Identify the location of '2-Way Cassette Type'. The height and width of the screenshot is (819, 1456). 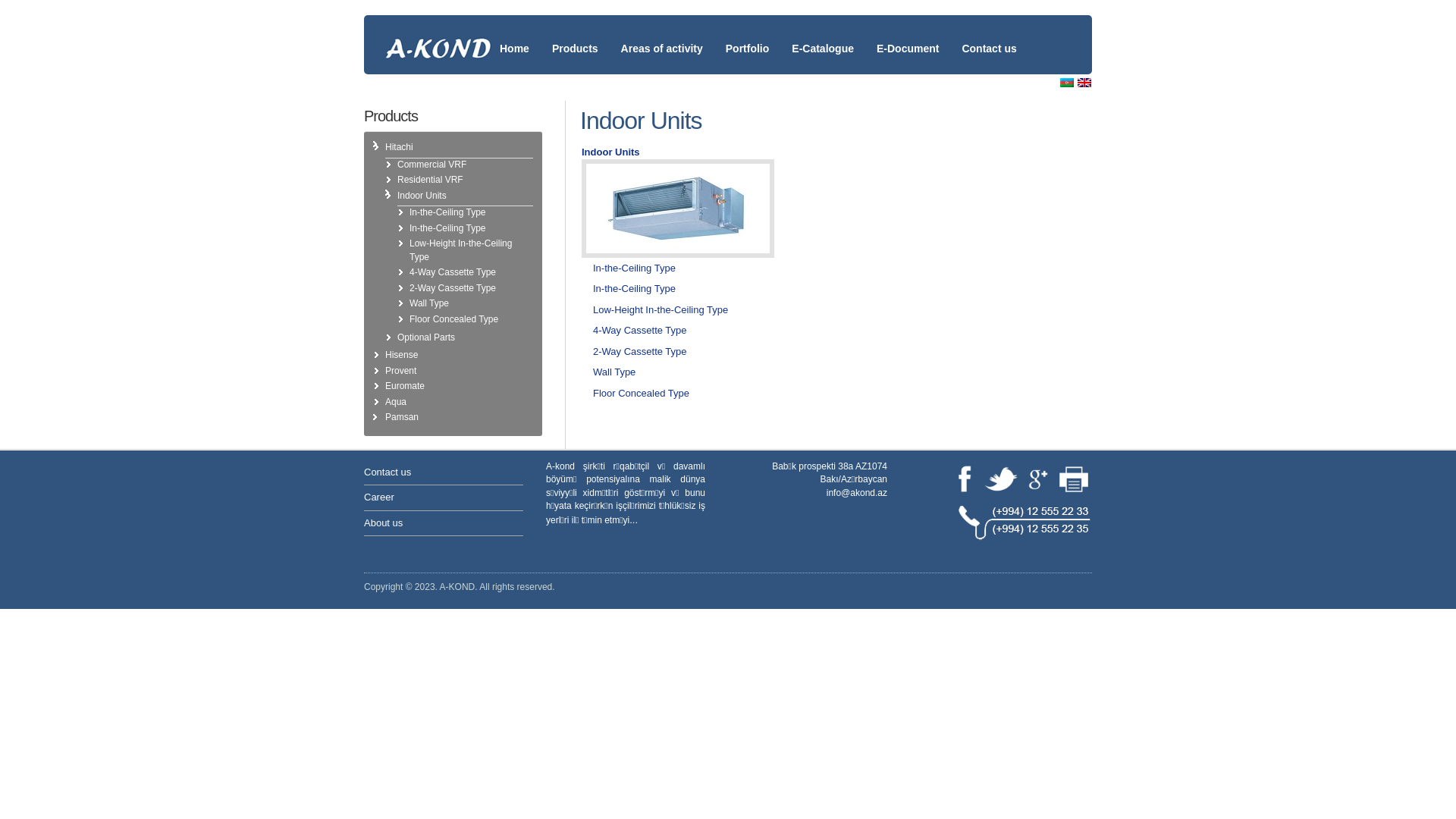
(640, 351).